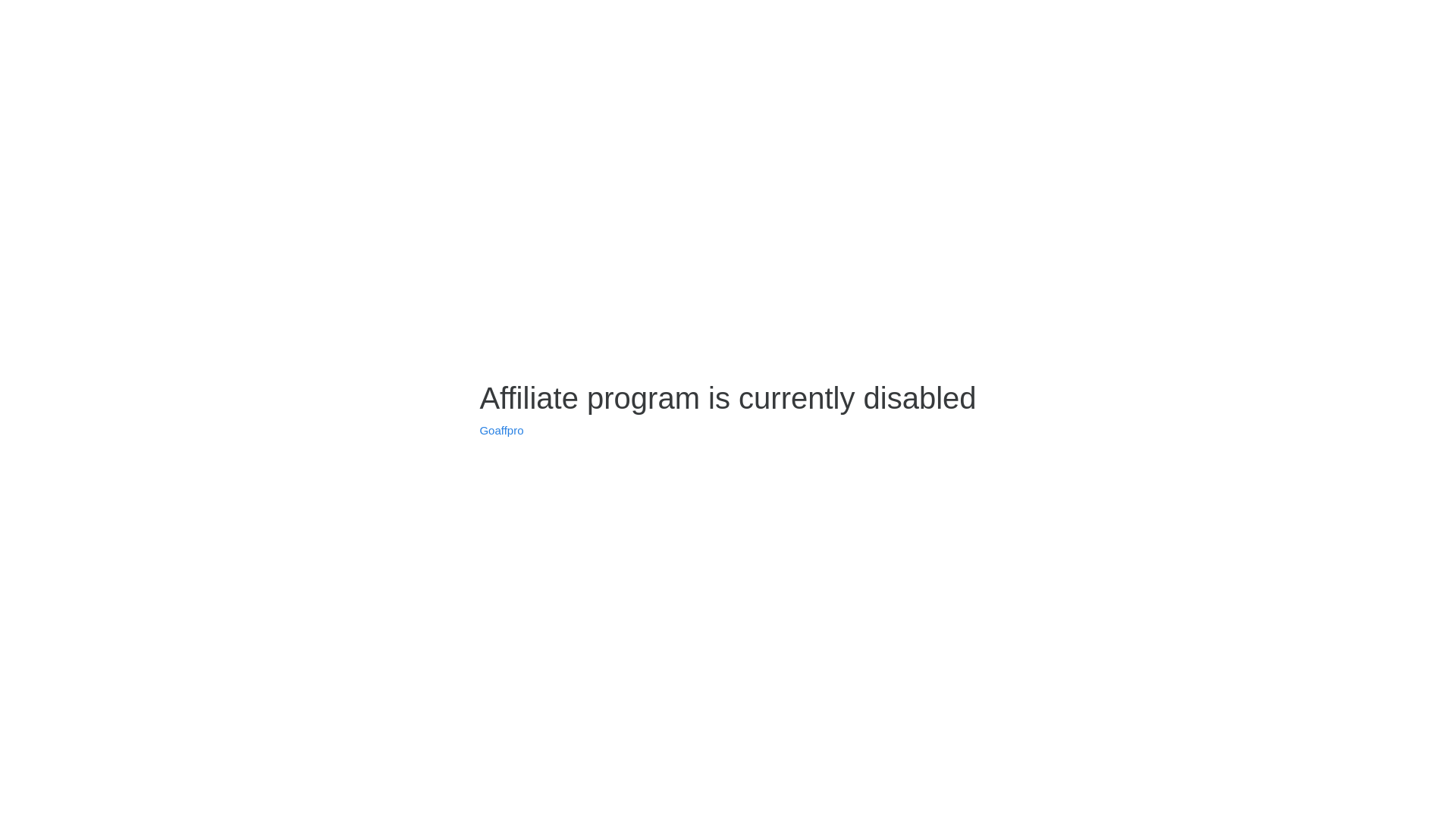 Image resolution: width=1456 pixels, height=819 pixels. Describe the element at coordinates (501, 430) in the screenshot. I see `'Goaffpro'` at that location.